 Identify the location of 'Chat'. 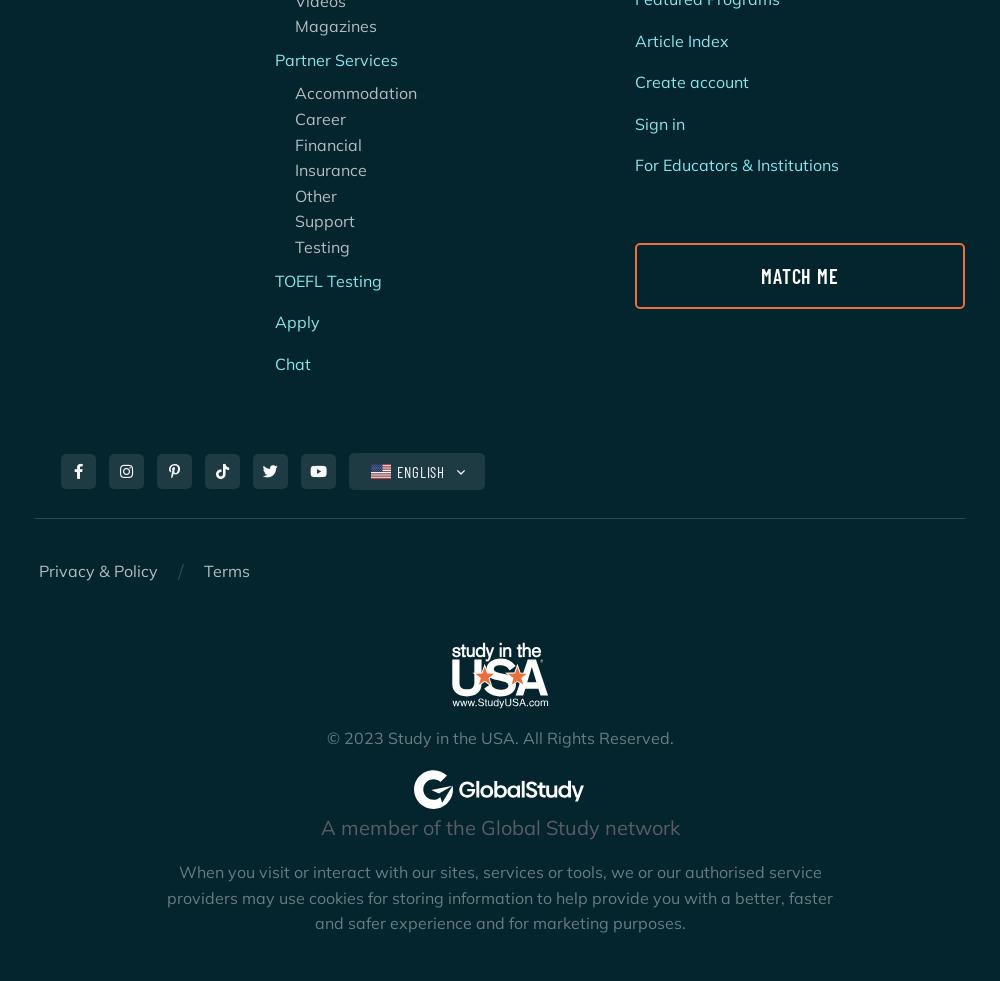
(293, 361).